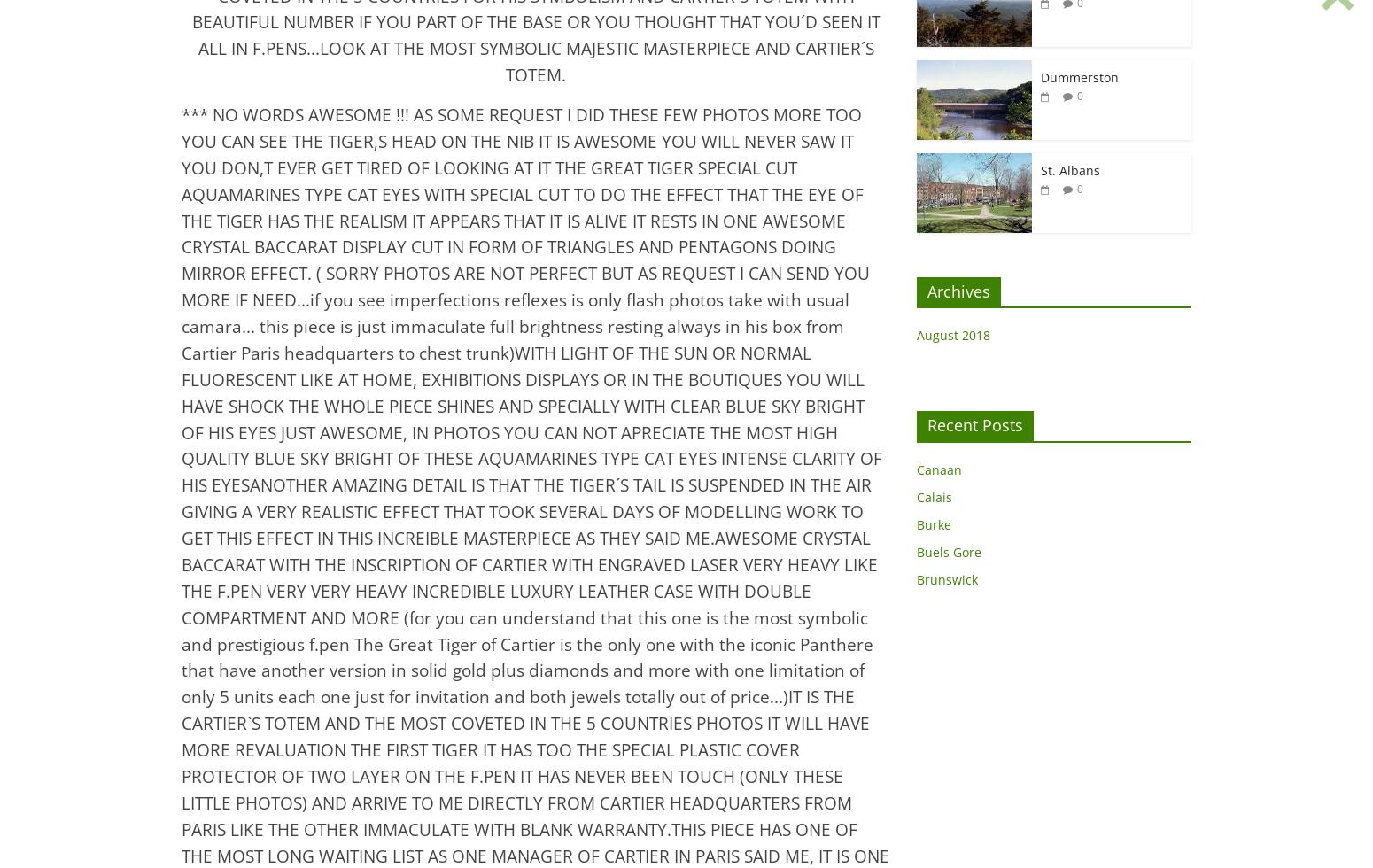  Describe the element at coordinates (916, 335) in the screenshot. I see `'August 2018'` at that location.